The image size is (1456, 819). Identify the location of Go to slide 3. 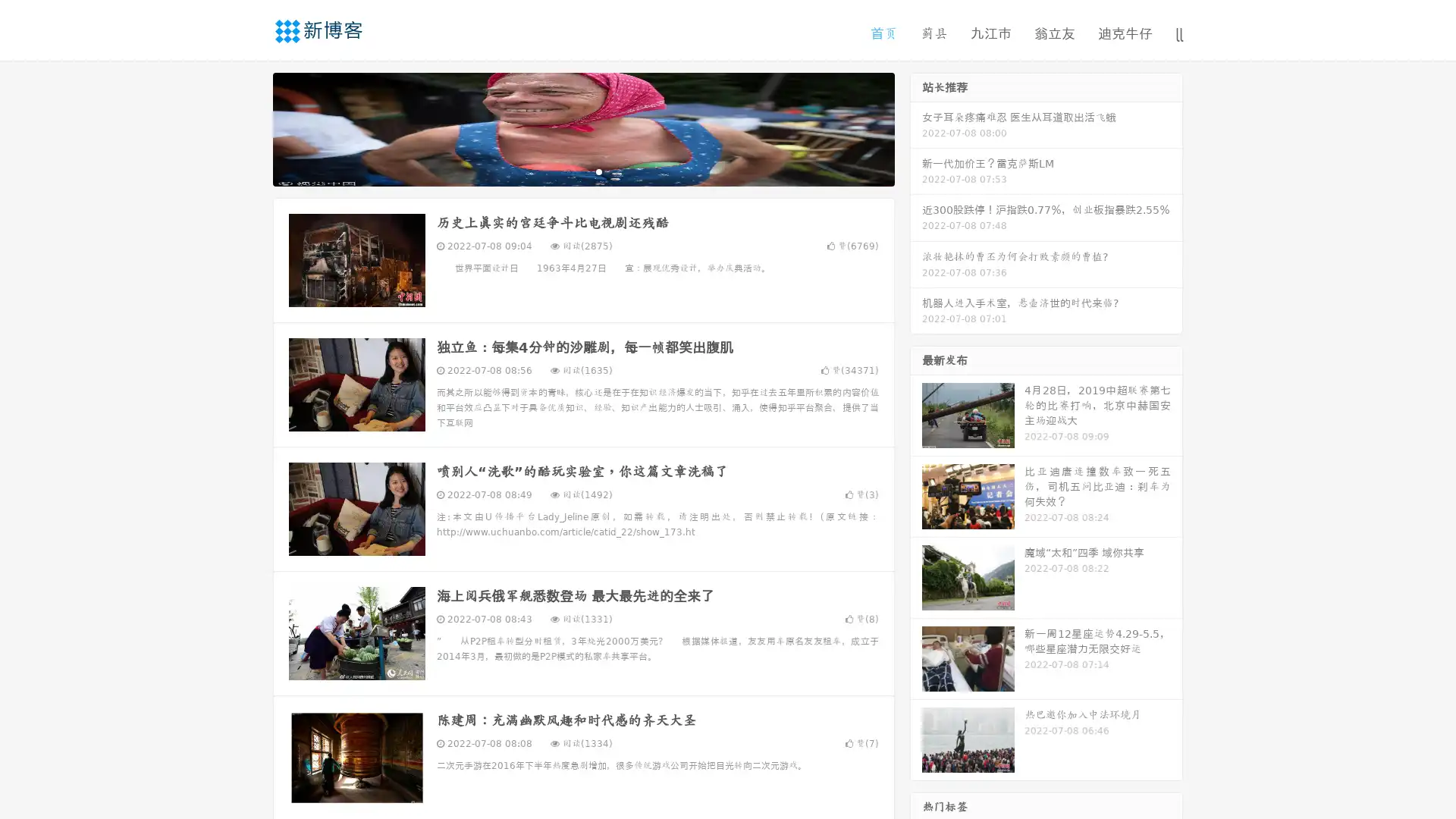
(598, 171).